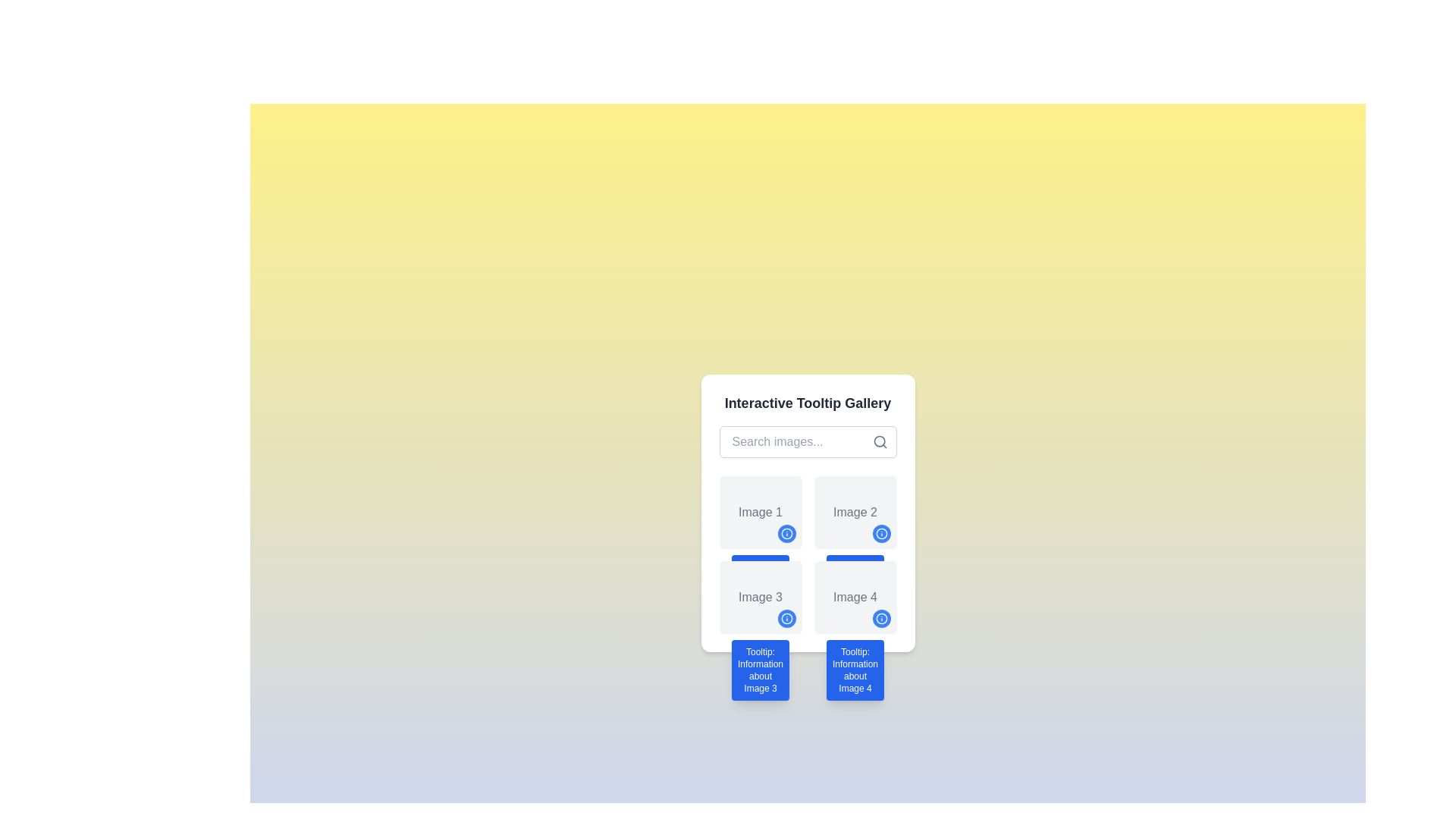 The width and height of the screenshot is (1456, 819). Describe the element at coordinates (878, 441) in the screenshot. I see `the central circular part of the search icon, which represents the search functionality within the SVG Circle Element located at the right side of the search bar input field` at that location.